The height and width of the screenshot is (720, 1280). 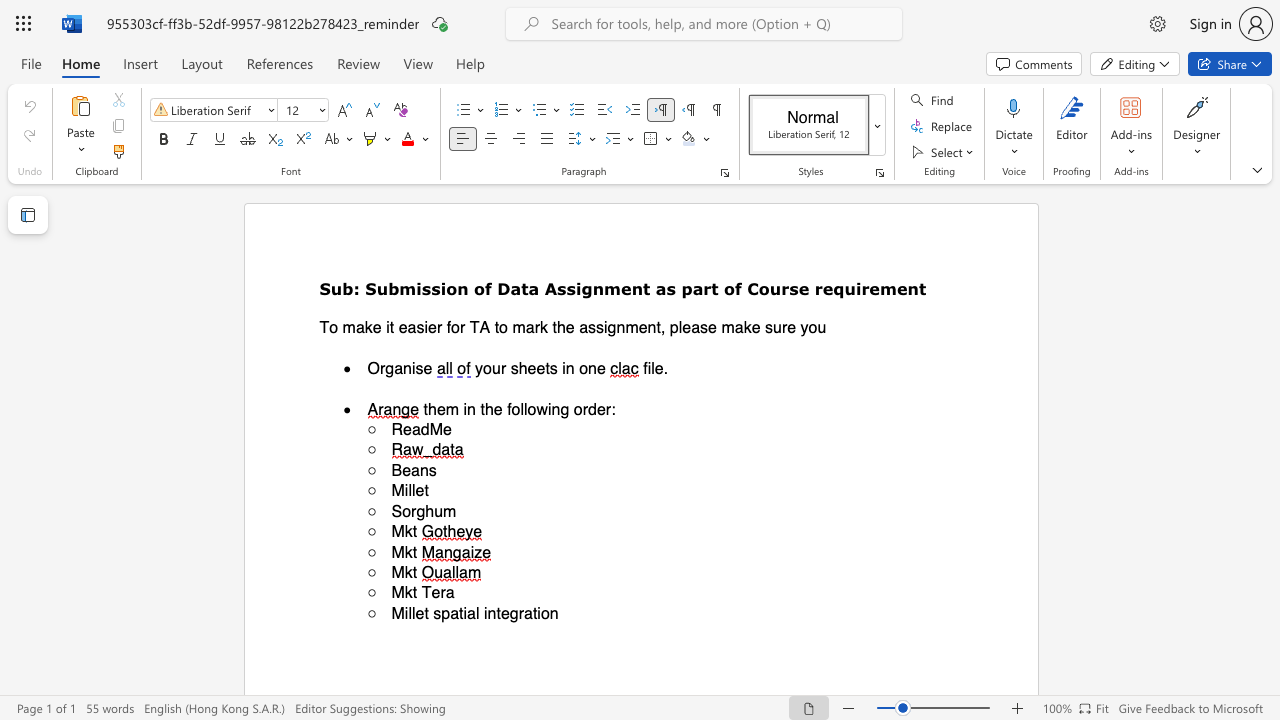 What do you see at coordinates (531, 368) in the screenshot?
I see `the 1th character "e" in the text` at bounding box center [531, 368].